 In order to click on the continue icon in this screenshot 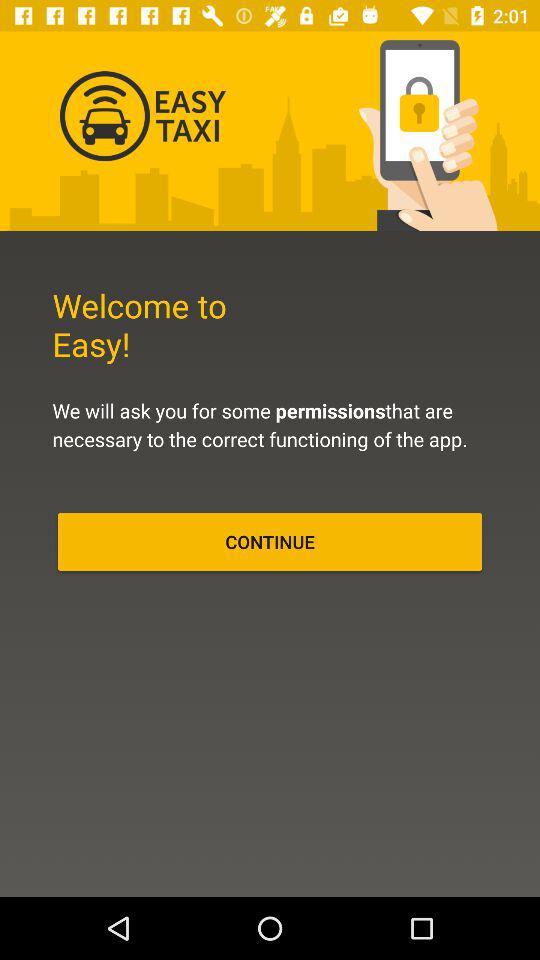, I will do `click(270, 541)`.